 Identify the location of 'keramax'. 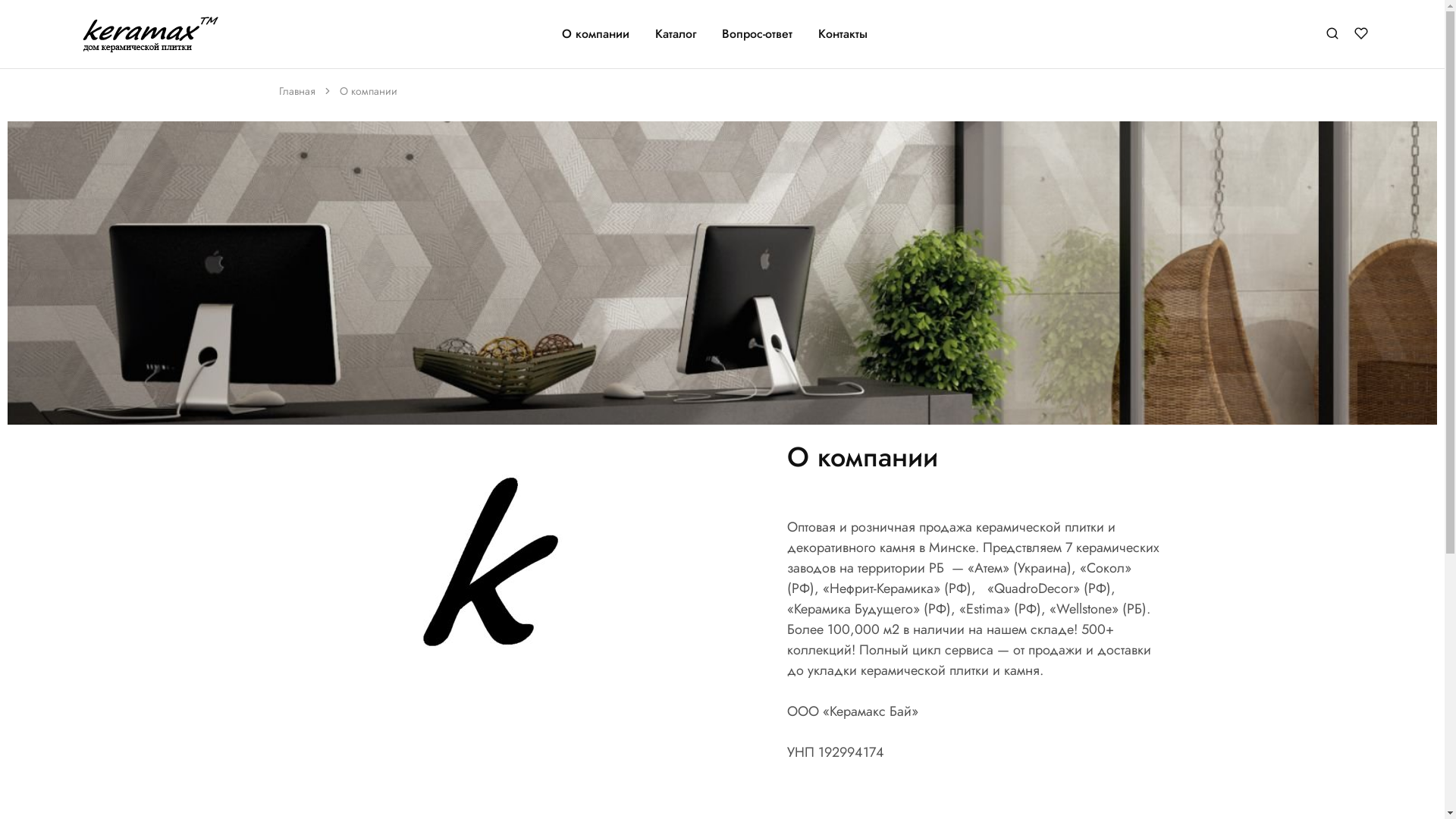
(96, 38).